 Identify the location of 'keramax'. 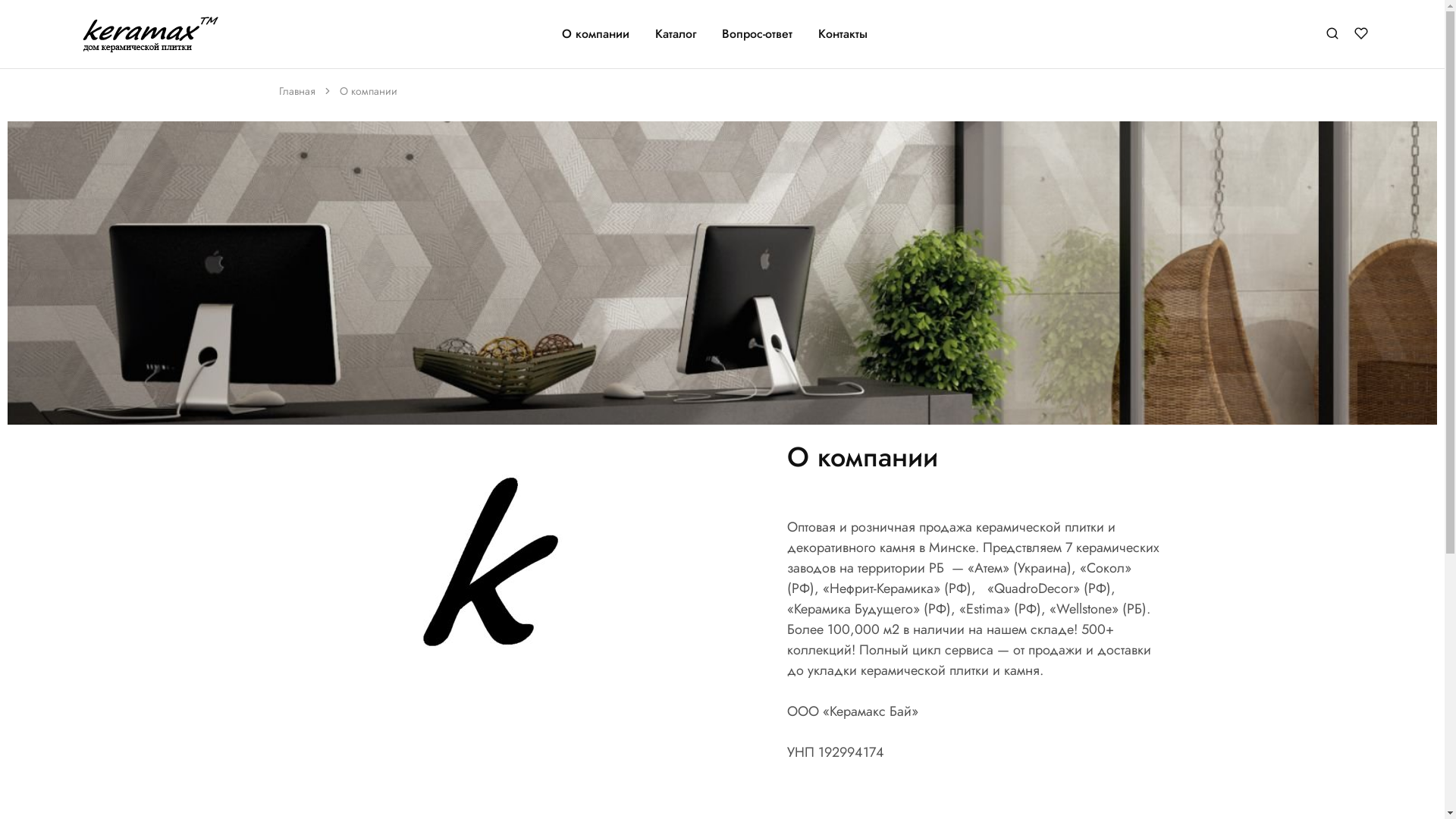
(96, 38).